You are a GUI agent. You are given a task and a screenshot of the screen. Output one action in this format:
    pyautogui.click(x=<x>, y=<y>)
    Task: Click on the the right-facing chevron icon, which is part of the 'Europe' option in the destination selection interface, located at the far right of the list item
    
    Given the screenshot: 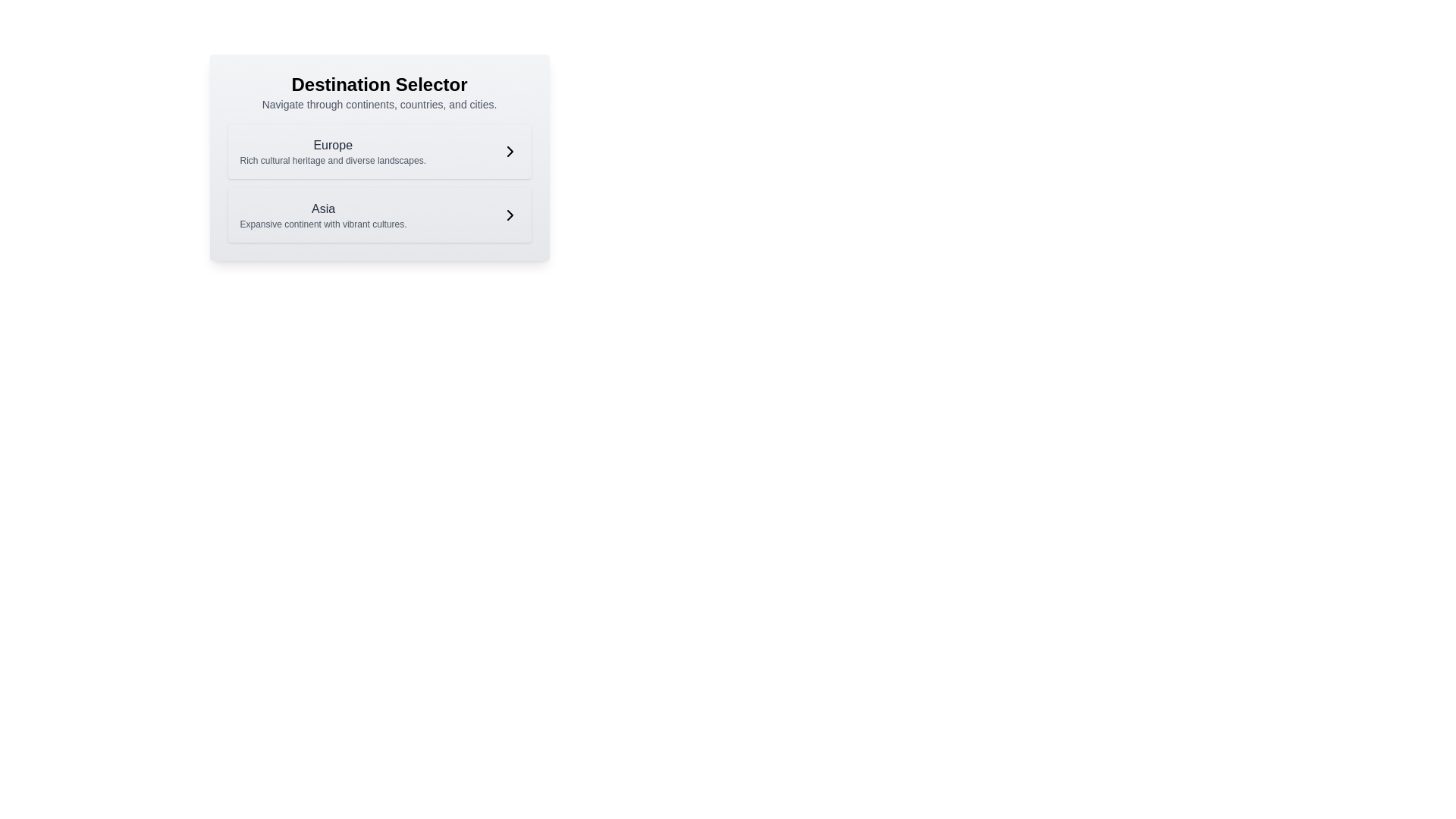 What is the action you would take?
    pyautogui.click(x=510, y=152)
    